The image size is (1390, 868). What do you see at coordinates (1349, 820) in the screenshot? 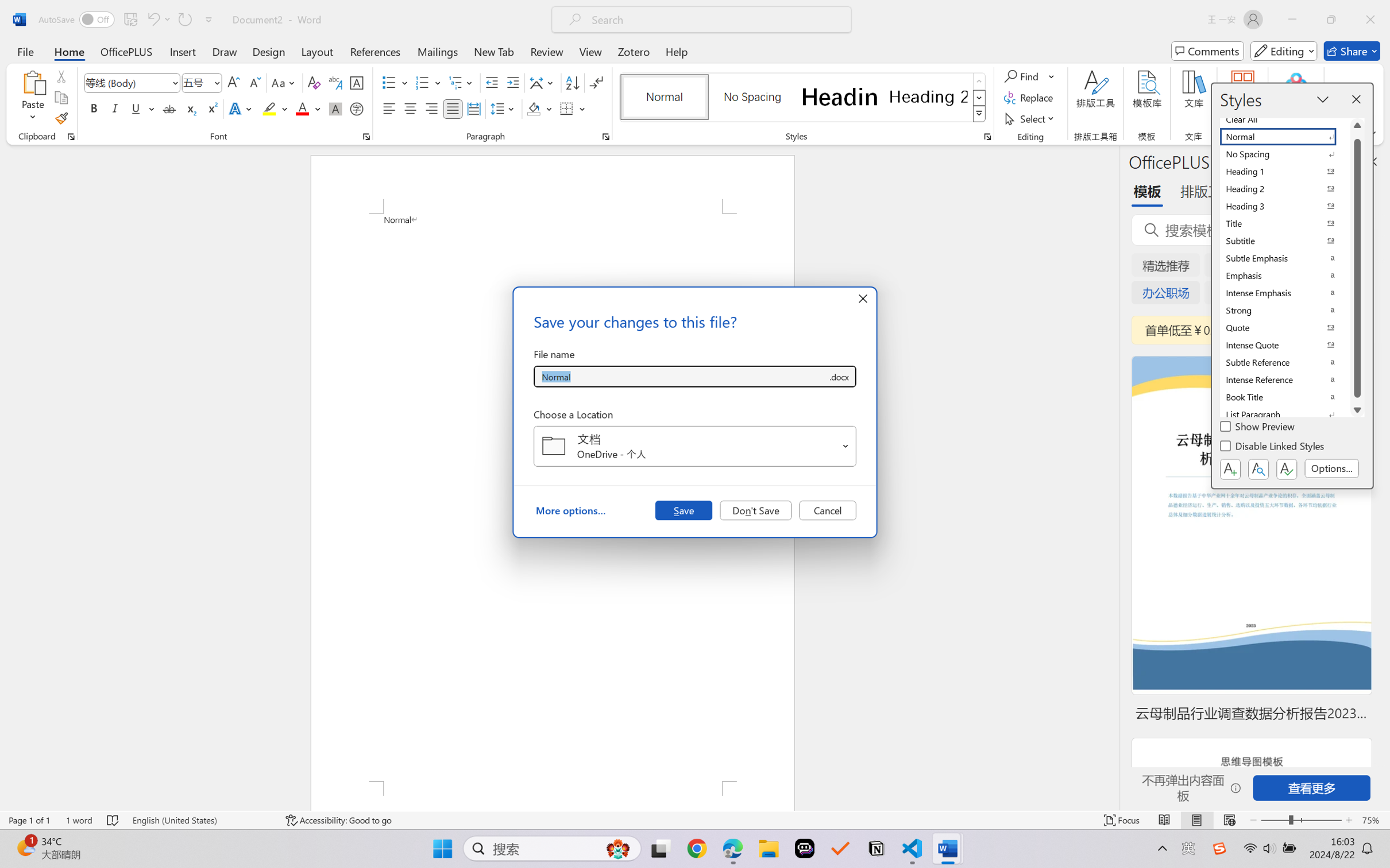
I see `'Zoom In'` at bounding box center [1349, 820].